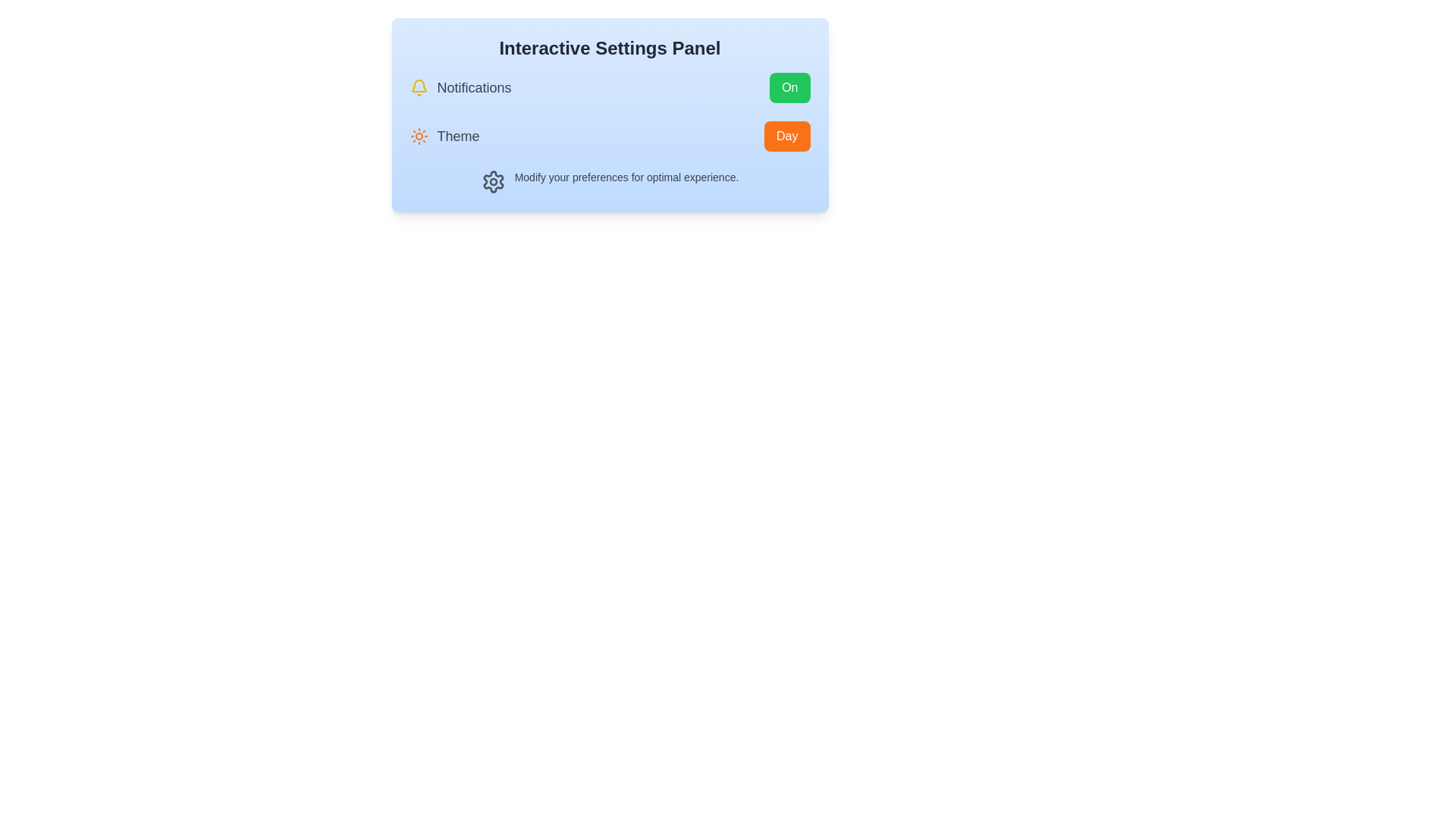  Describe the element at coordinates (473, 87) in the screenshot. I see `the 'Notifications' text label, which is positioned to the right of the yellow bell icon on the left side of the light blue panel` at that location.